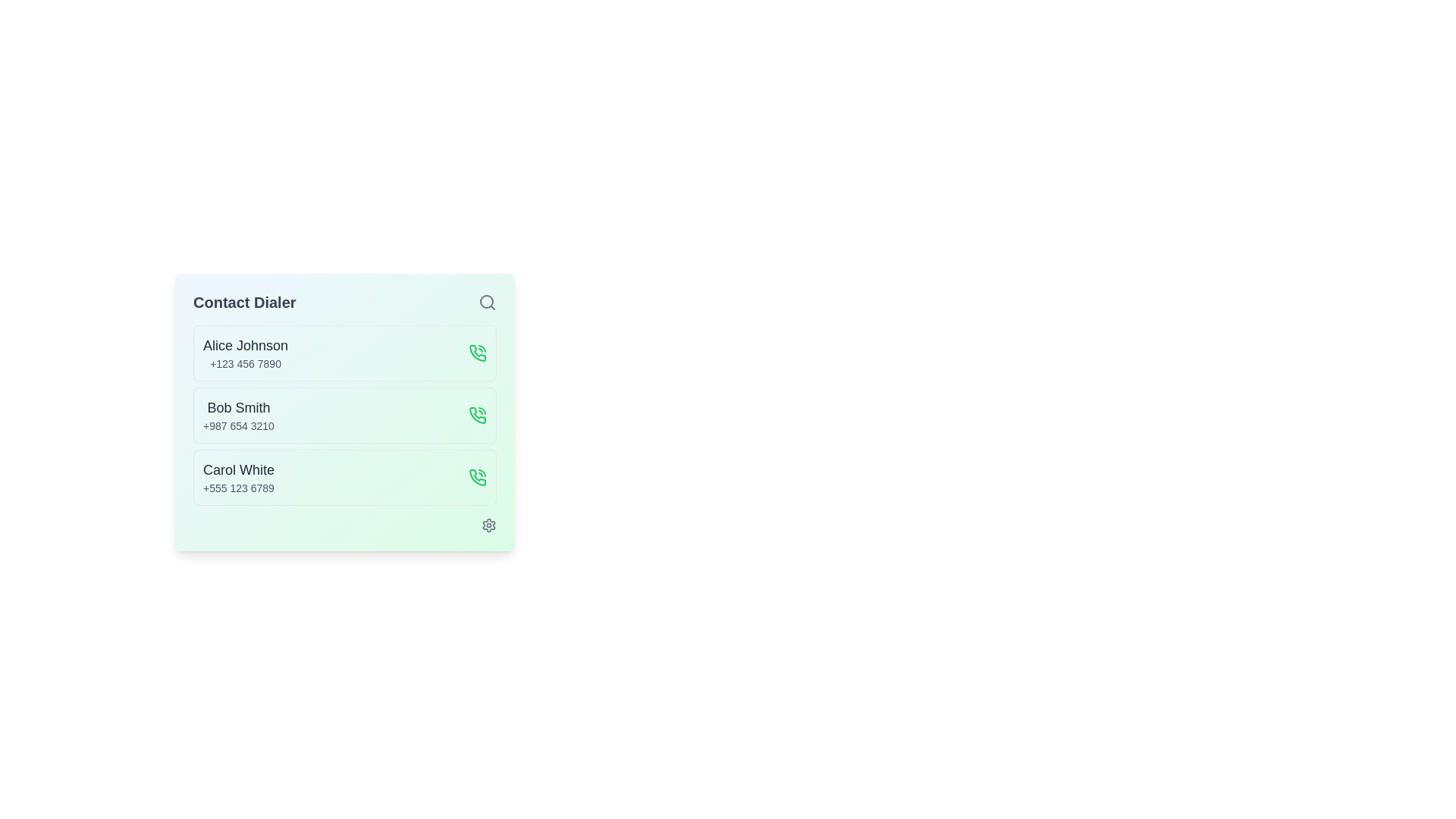 The width and height of the screenshot is (1456, 819). I want to click on text from the Text Label displaying 'Bob Smith', which is prominently styled and located above the phone number in the second row of contact entries, so click(237, 406).